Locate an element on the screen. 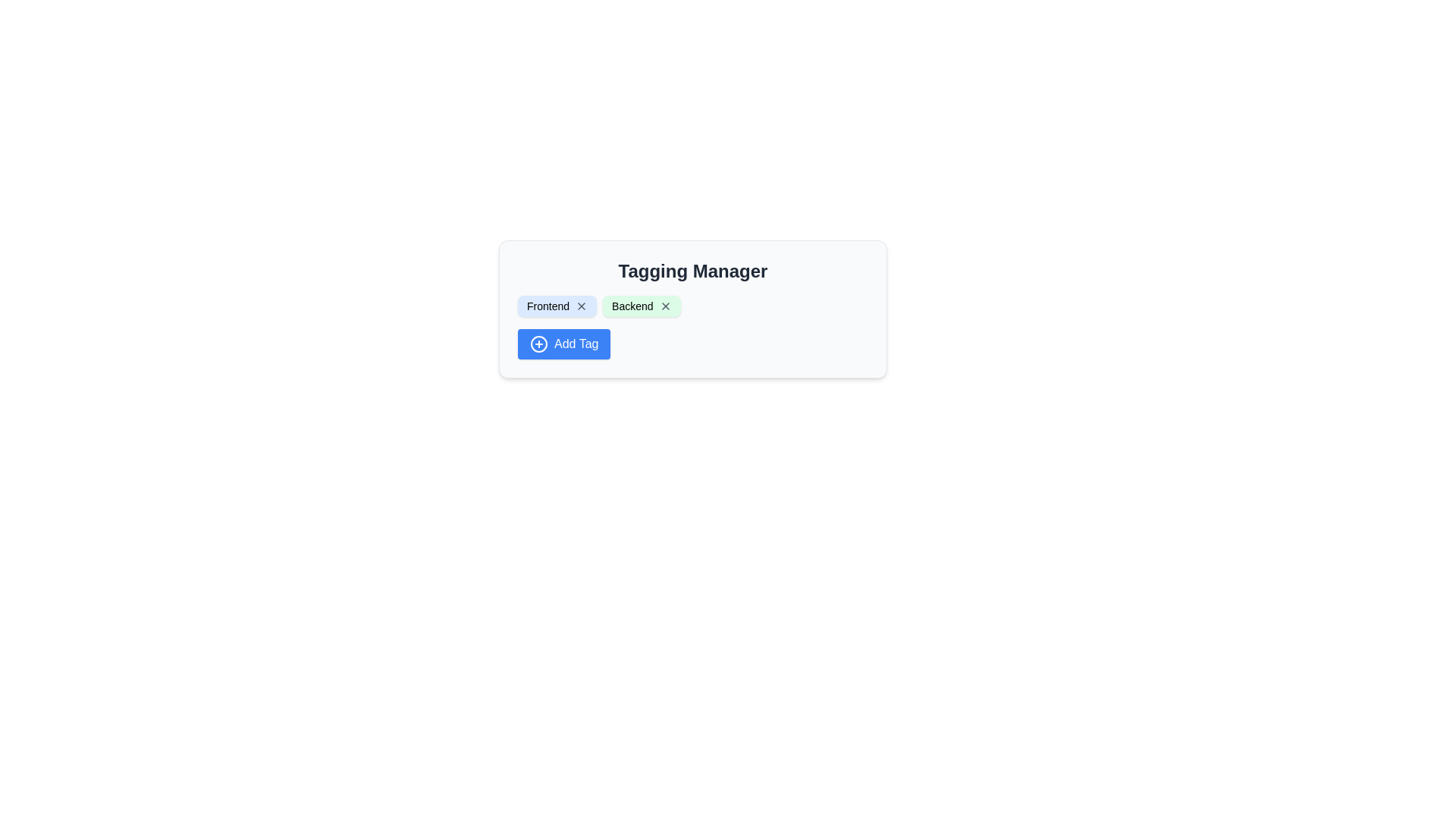 This screenshot has width=1456, height=819. the tag label 'Backend' in the light green rounded box with a dismiss button, positioned to the right of the 'Frontend' tag in the 'Tagging Manager' section is located at coordinates (642, 306).